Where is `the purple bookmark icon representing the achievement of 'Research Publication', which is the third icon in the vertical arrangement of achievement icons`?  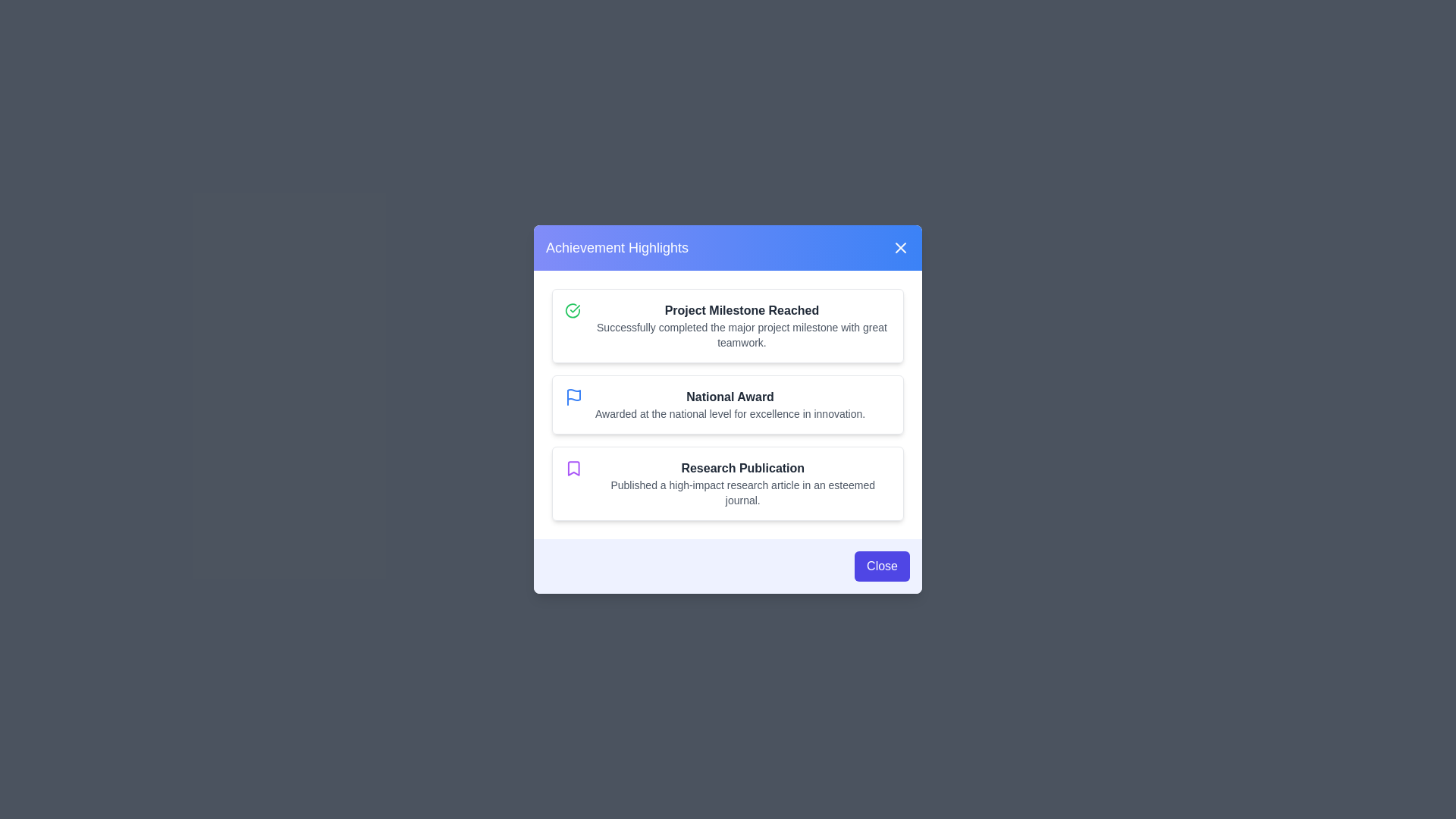 the purple bookmark icon representing the achievement of 'Research Publication', which is the third icon in the vertical arrangement of achievement icons is located at coordinates (573, 467).